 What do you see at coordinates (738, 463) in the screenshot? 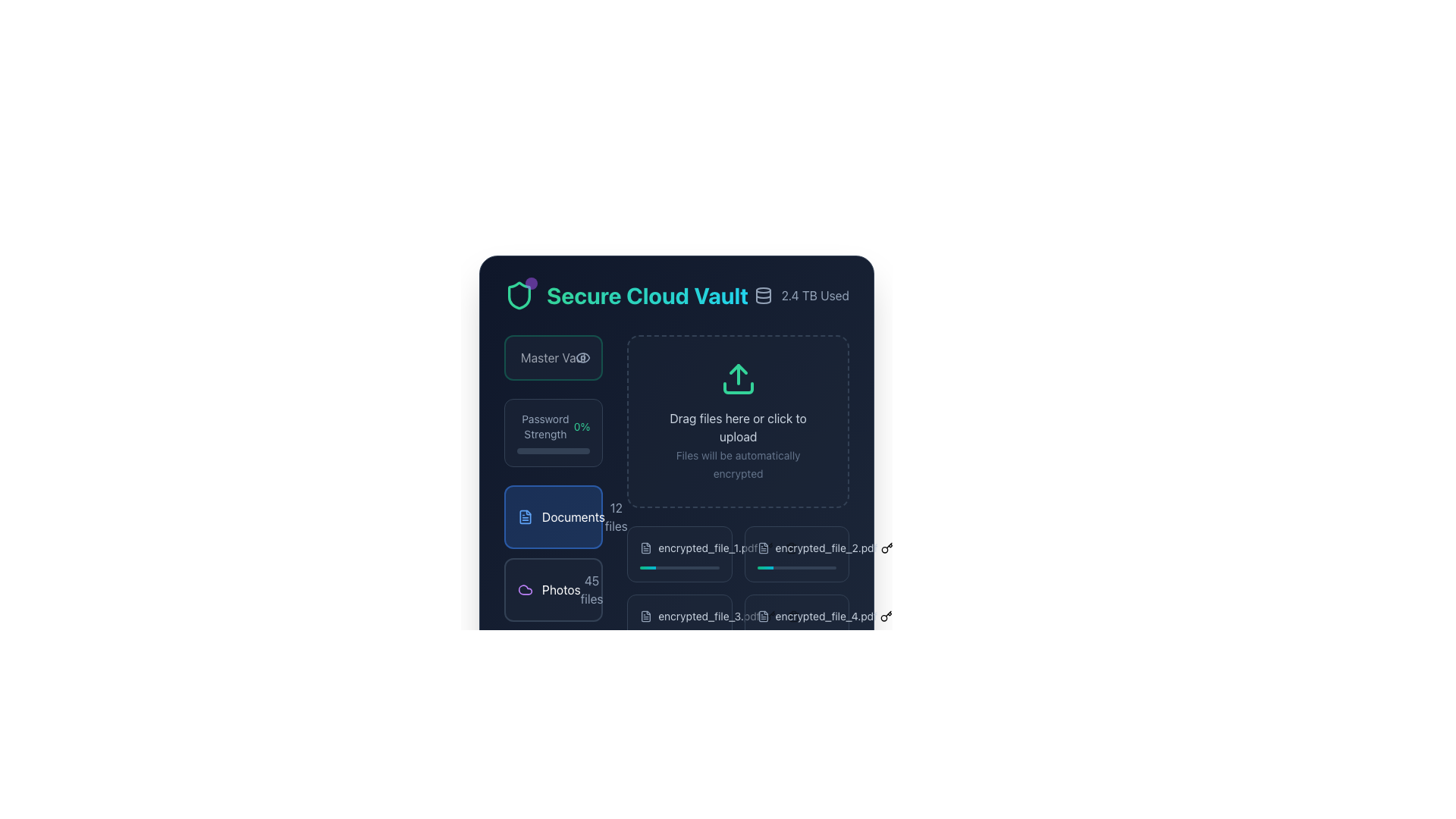
I see `the static text label that informs users about the automatic encryption of uploaded files, located below the 'Drag files here or click to upload' text element` at bounding box center [738, 463].